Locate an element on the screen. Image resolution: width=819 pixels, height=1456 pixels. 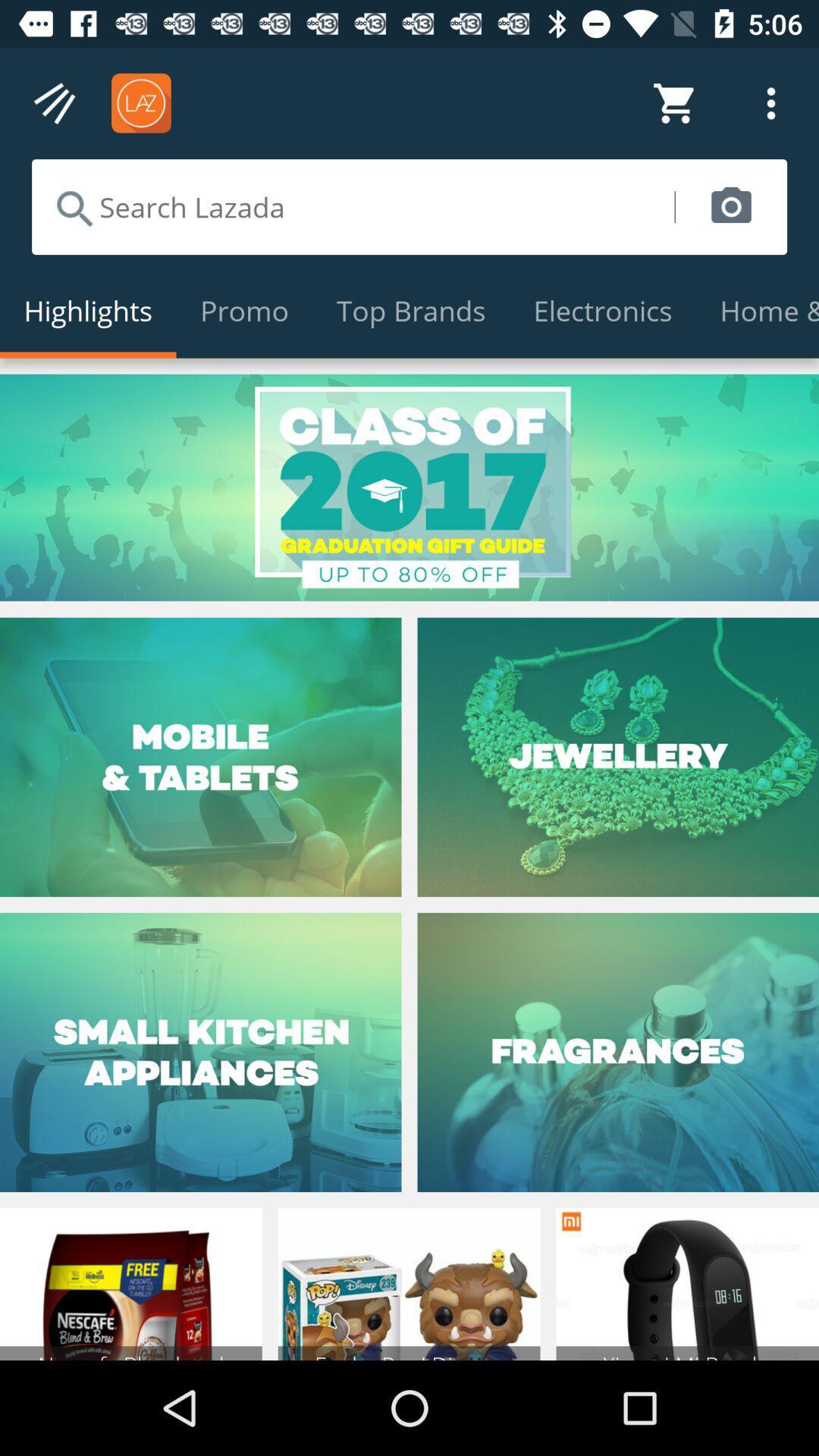
search term is located at coordinates (353, 206).